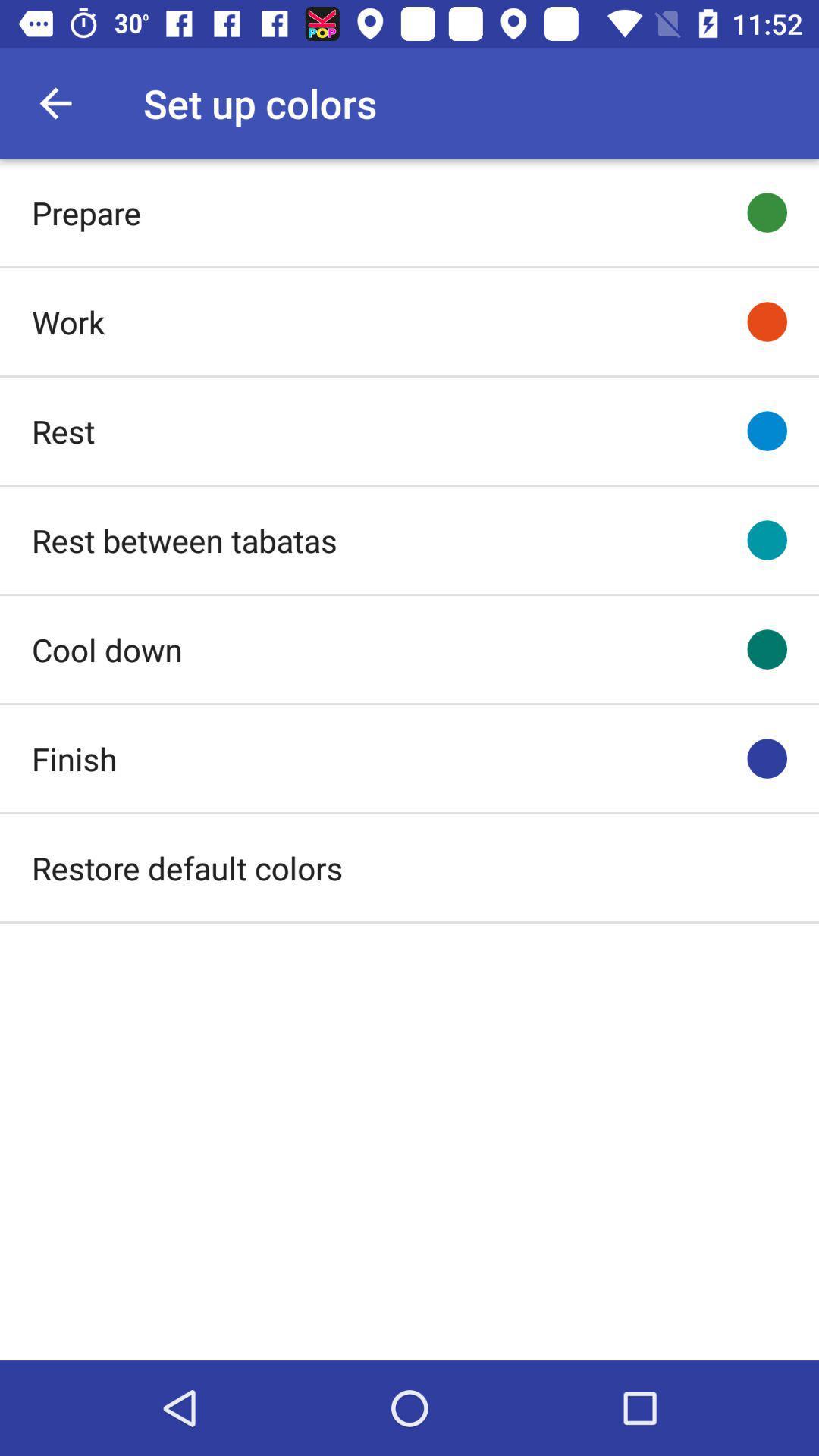 Image resolution: width=819 pixels, height=1456 pixels. Describe the element at coordinates (55, 102) in the screenshot. I see `icon next to the set up colors item` at that location.